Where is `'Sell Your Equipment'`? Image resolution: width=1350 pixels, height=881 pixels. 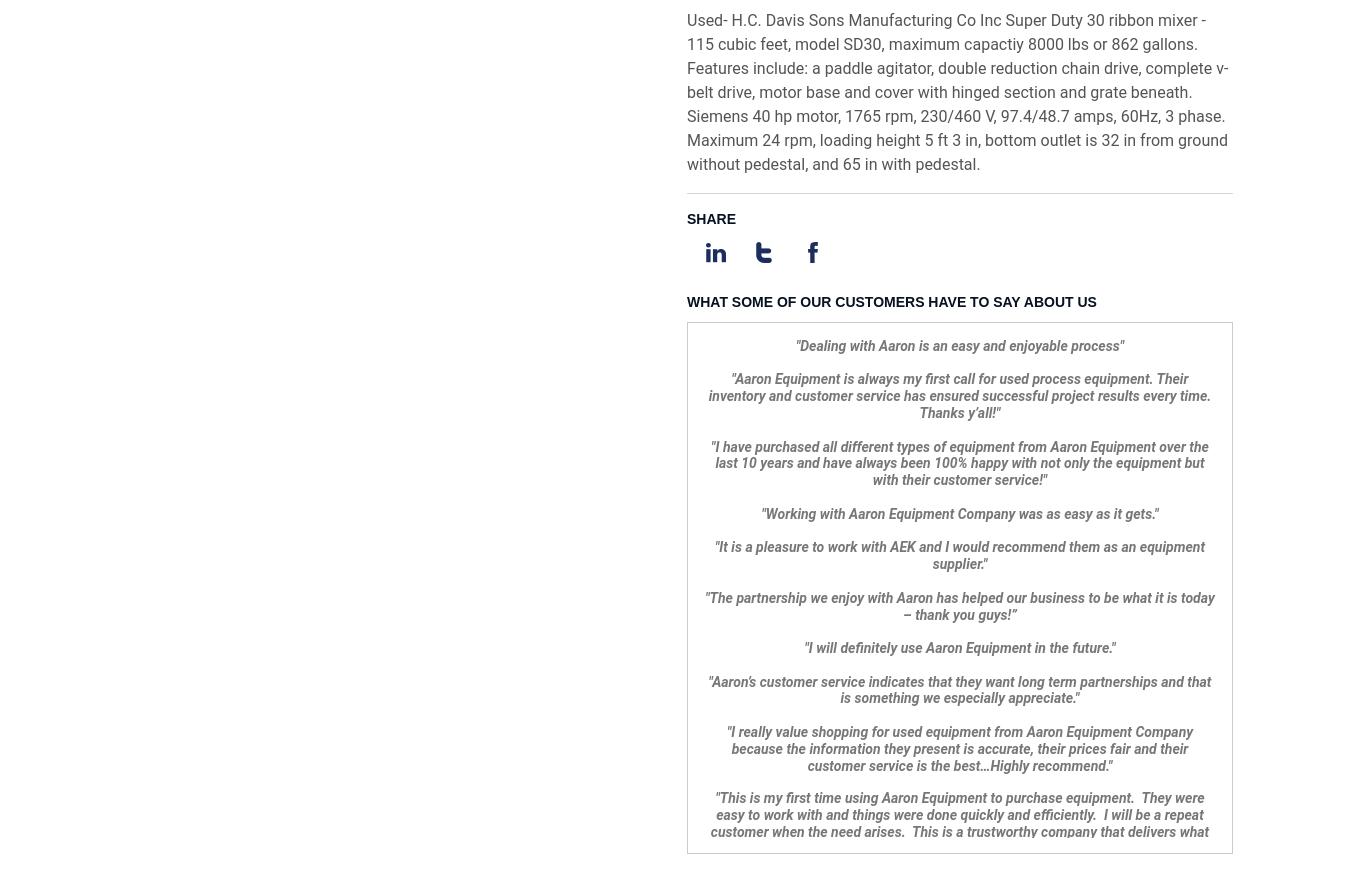 'Sell Your Equipment' is located at coordinates (397, 783).